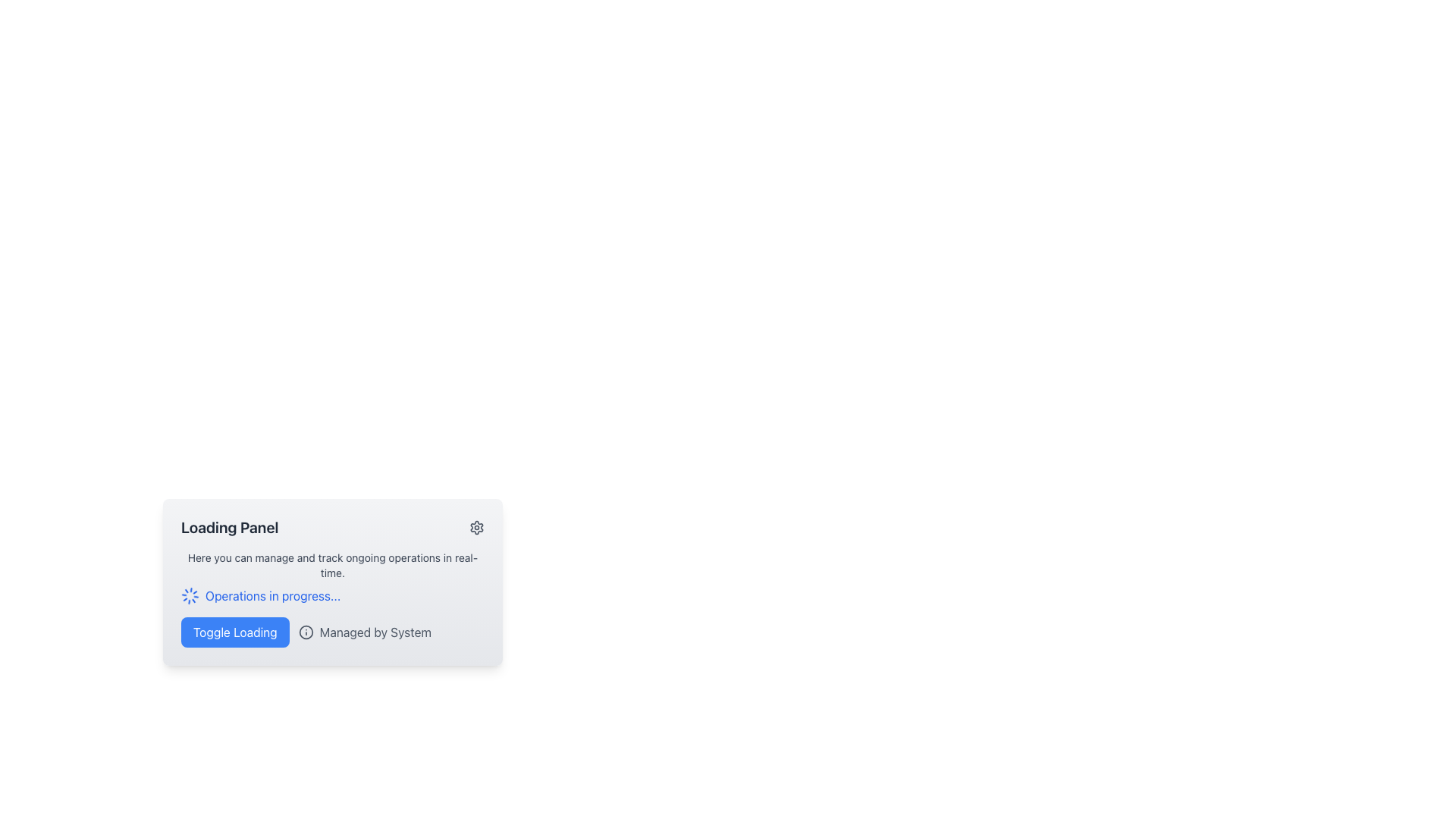  What do you see at coordinates (475, 526) in the screenshot?
I see `the settings button located on the right side of the header area within the 'Loading Panel' section` at bounding box center [475, 526].